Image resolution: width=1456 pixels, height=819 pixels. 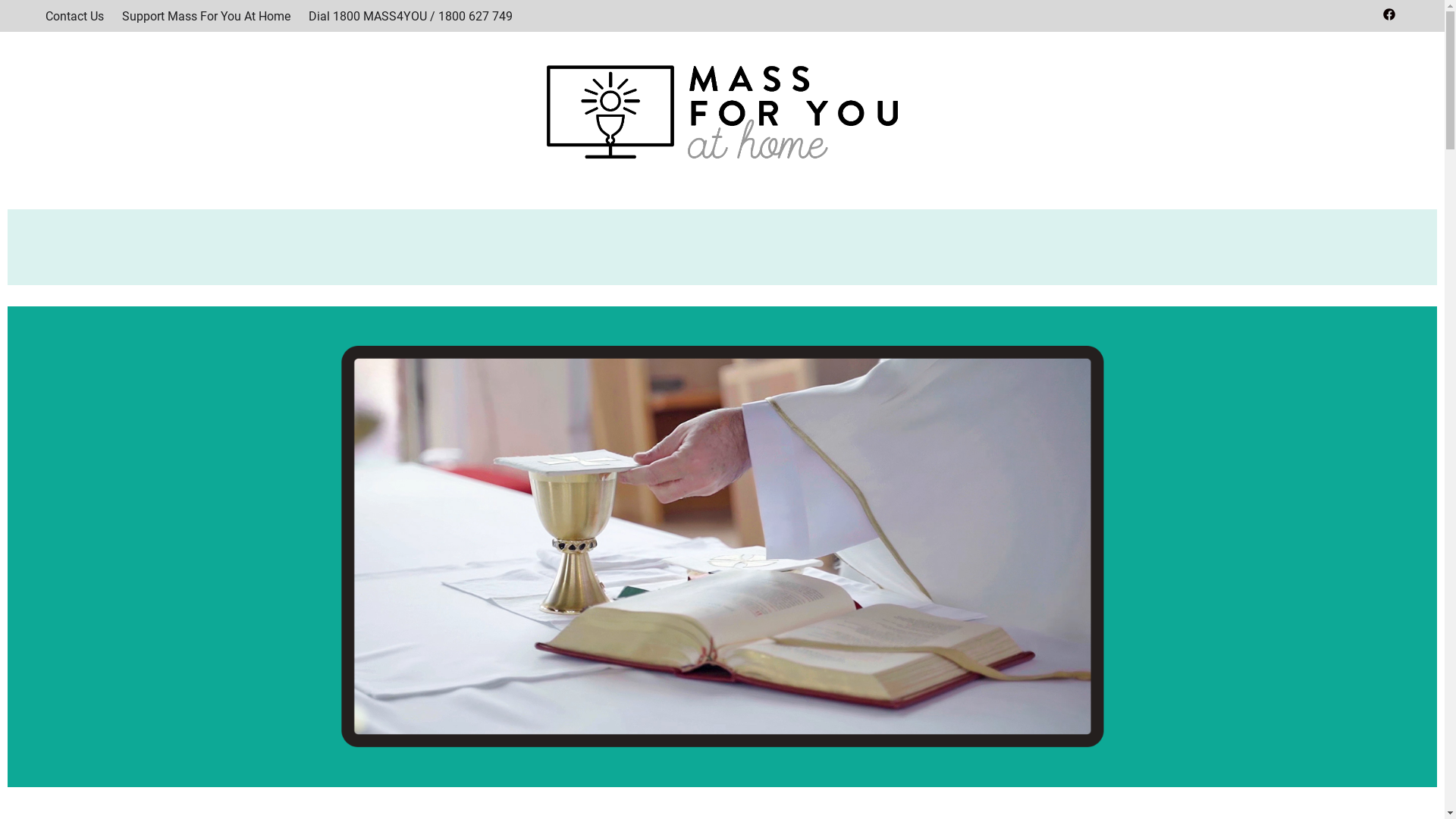 I want to click on 'Support Mass For You At Home', so click(x=206, y=16).